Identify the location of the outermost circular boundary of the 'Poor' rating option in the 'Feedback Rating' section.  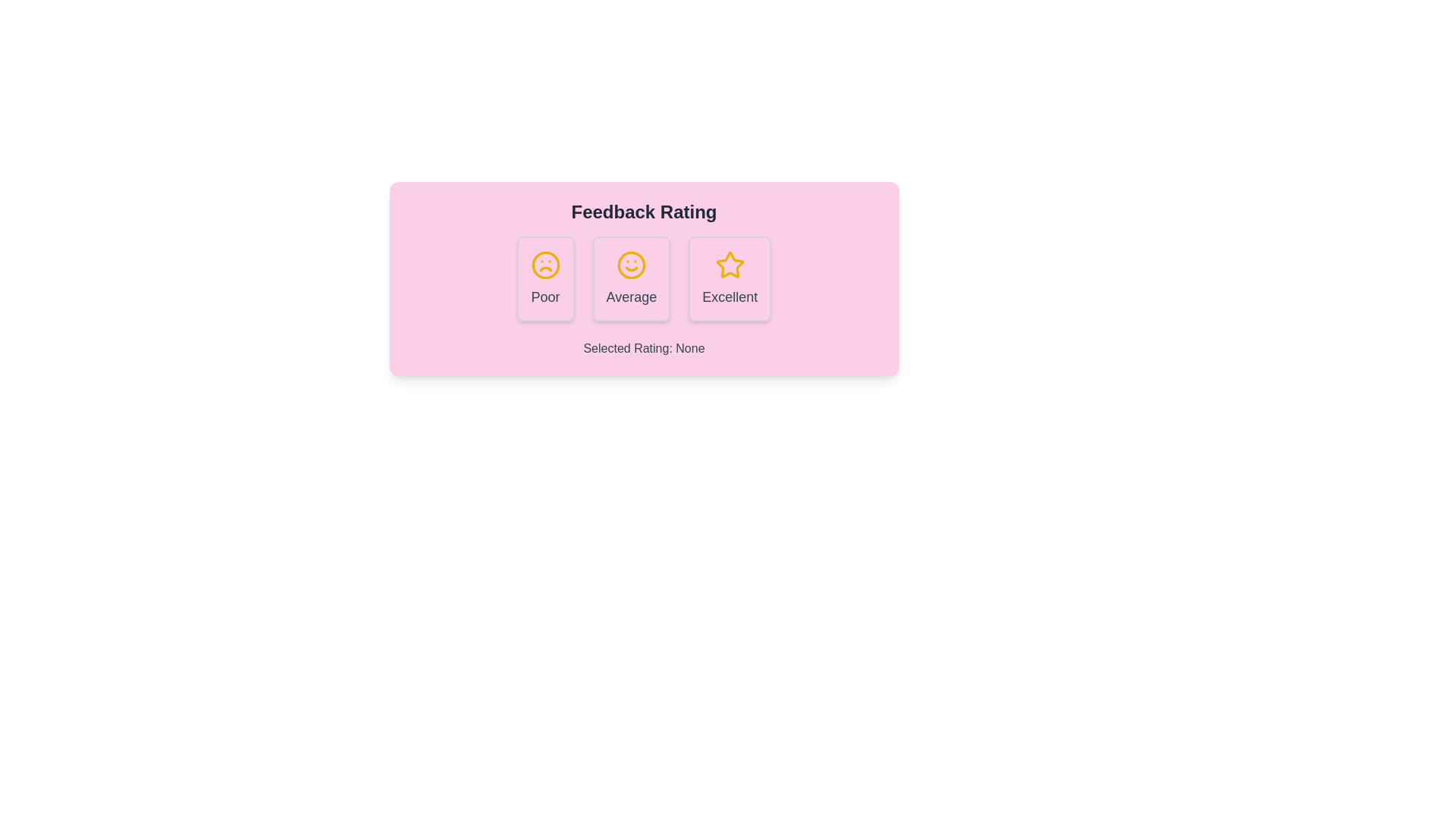
(545, 265).